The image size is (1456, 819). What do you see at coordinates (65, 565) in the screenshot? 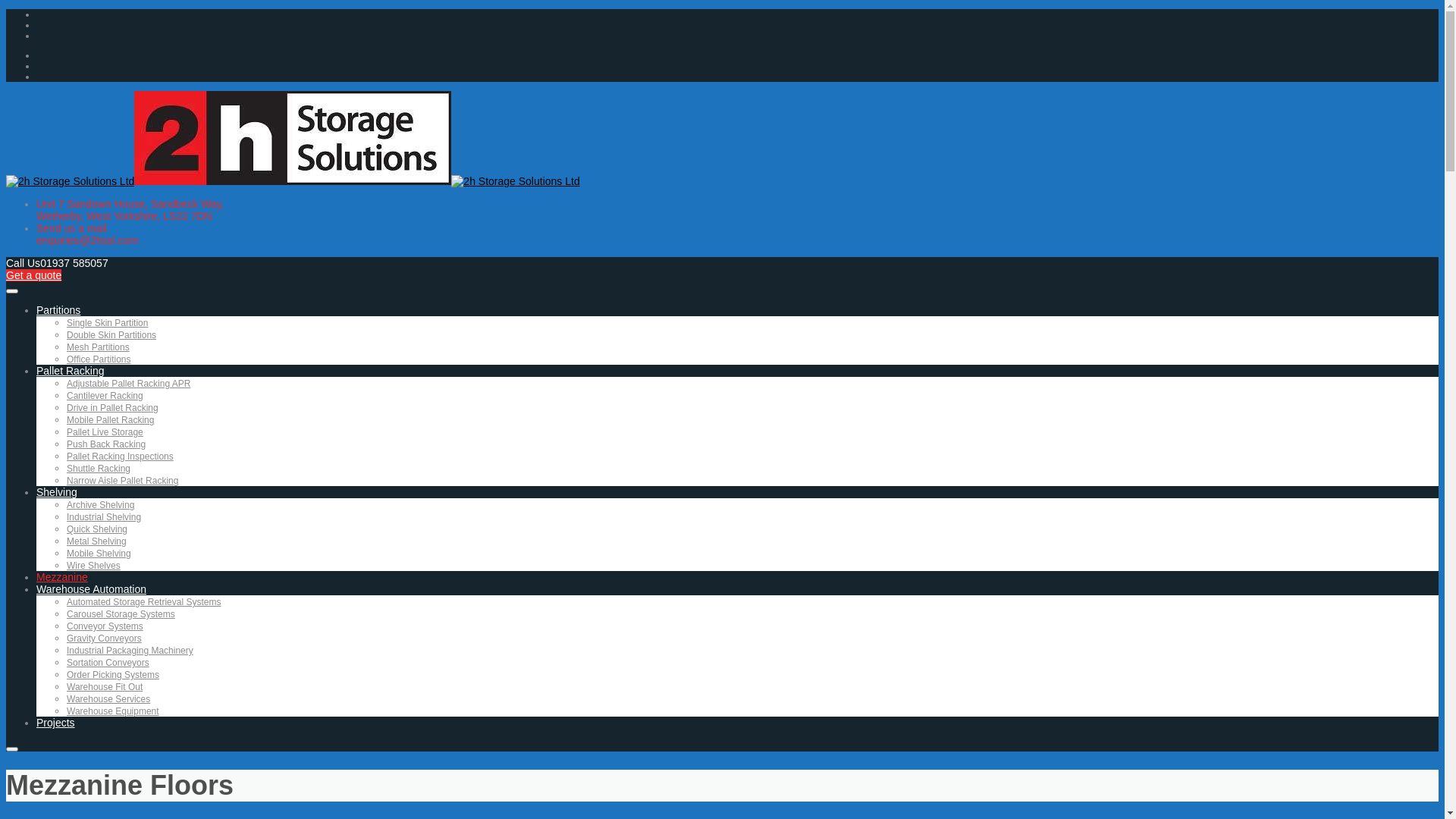
I see `'Wire Shelves'` at bounding box center [65, 565].